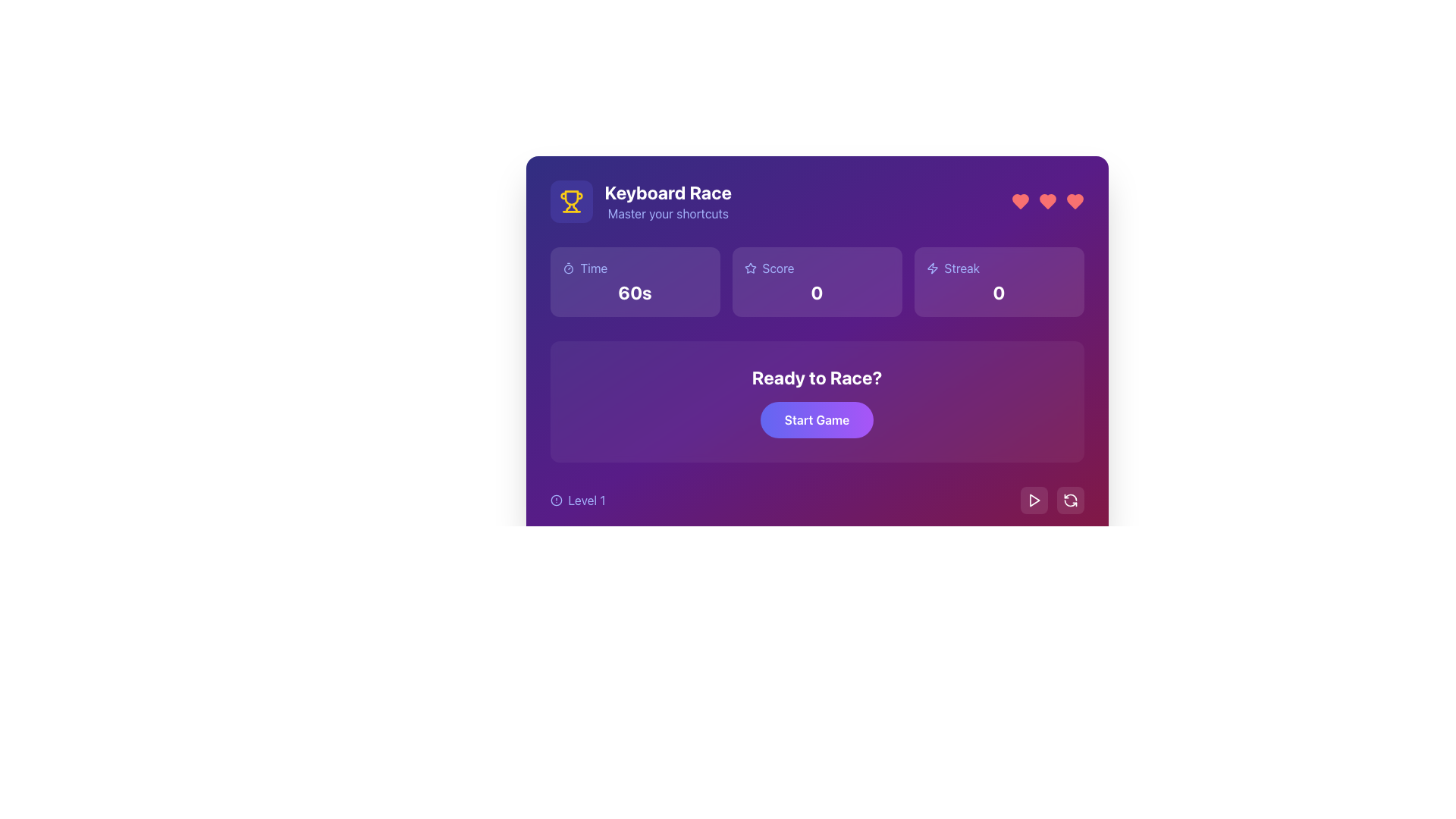 This screenshot has height=819, width=1456. What do you see at coordinates (778, 268) in the screenshot?
I see `the 'Score' text label, which is positioned in the top-middle section of the interface, next to a star icon and a numerical display` at bounding box center [778, 268].